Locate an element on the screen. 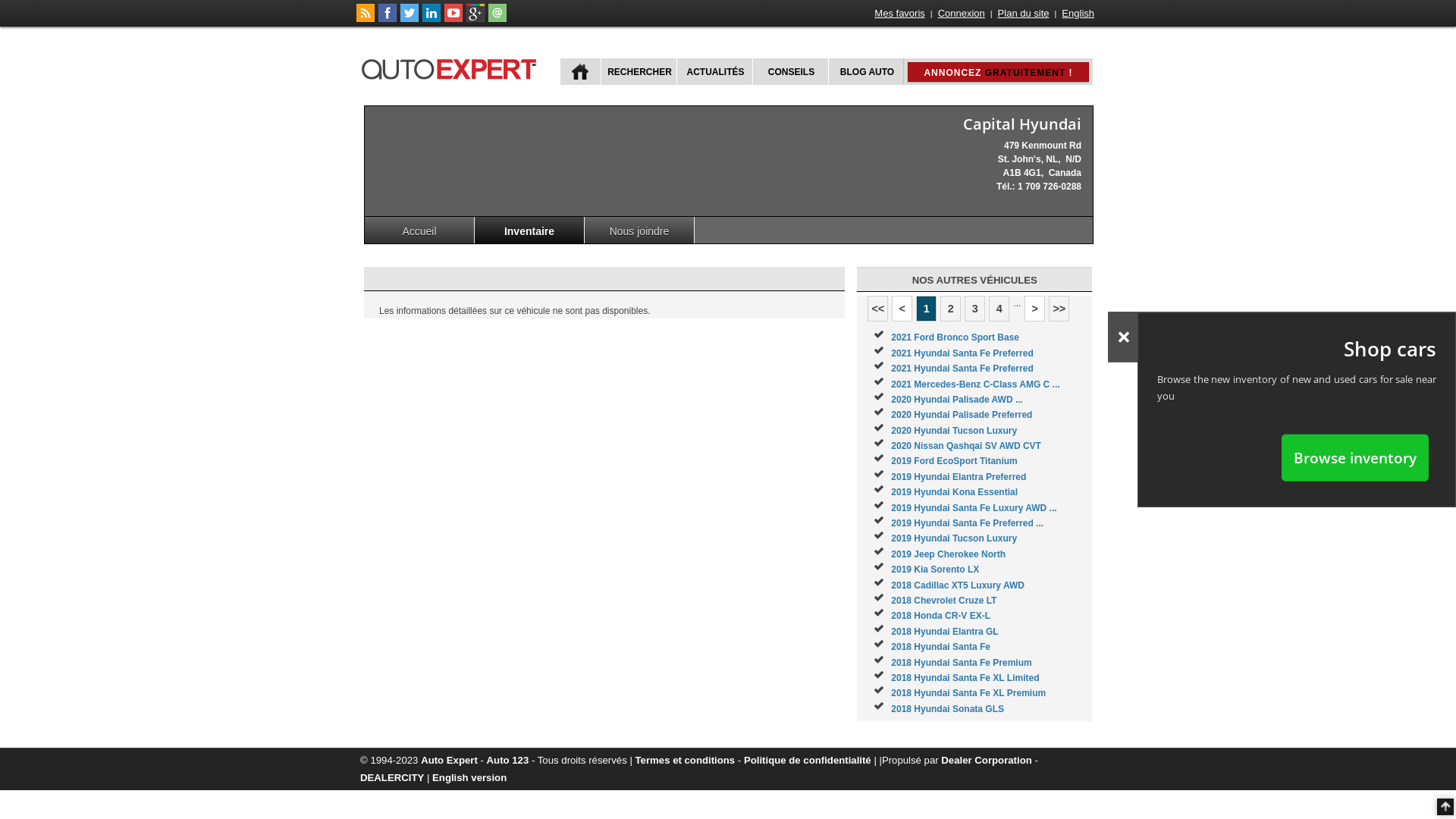 This screenshot has width=1456, height=819. 'Suivez autoExpert.ca sur Facebook' is located at coordinates (387, 18).